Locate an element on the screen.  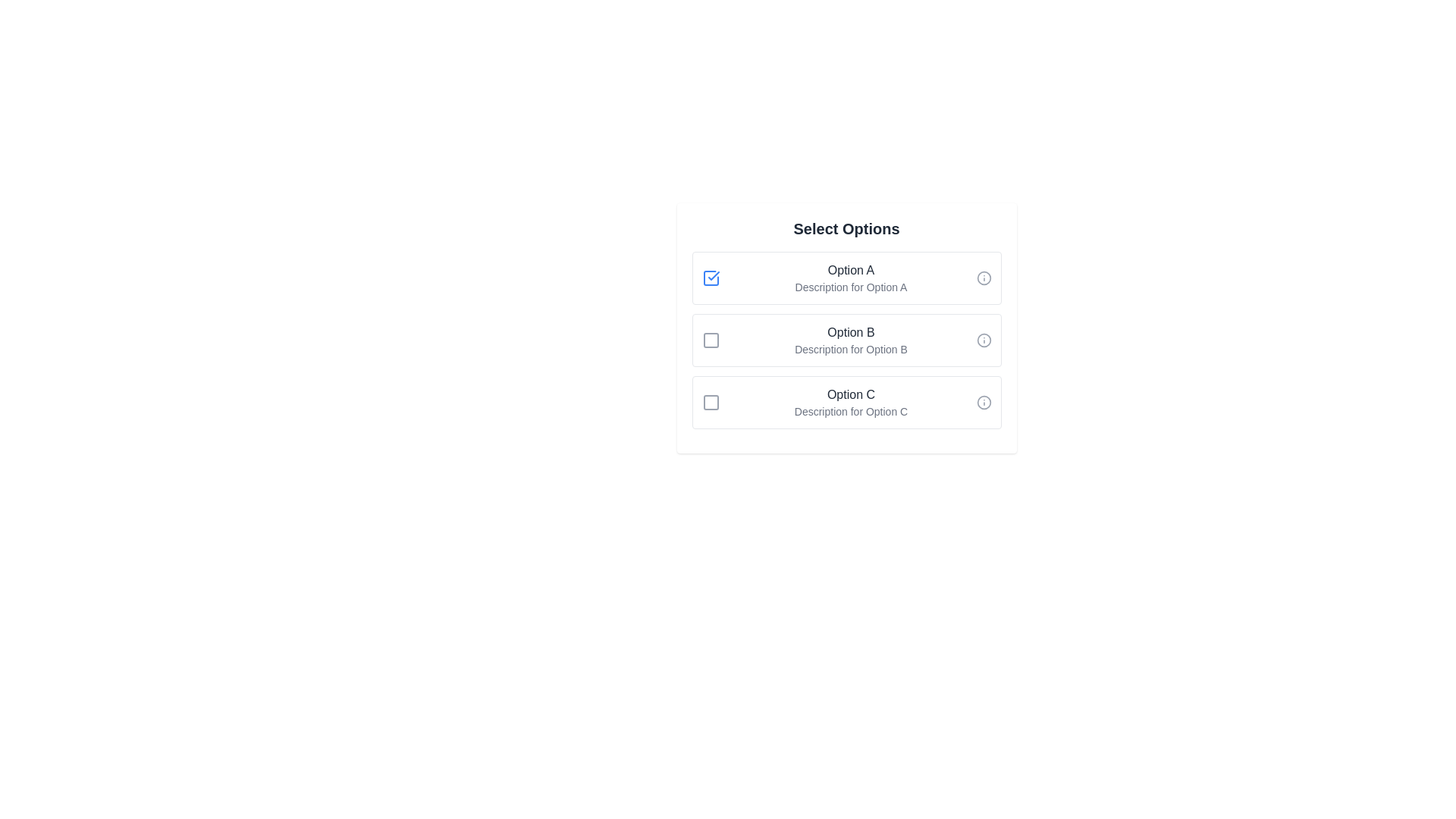
the checkbox corresponding to Option C is located at coordinates (710, 402).